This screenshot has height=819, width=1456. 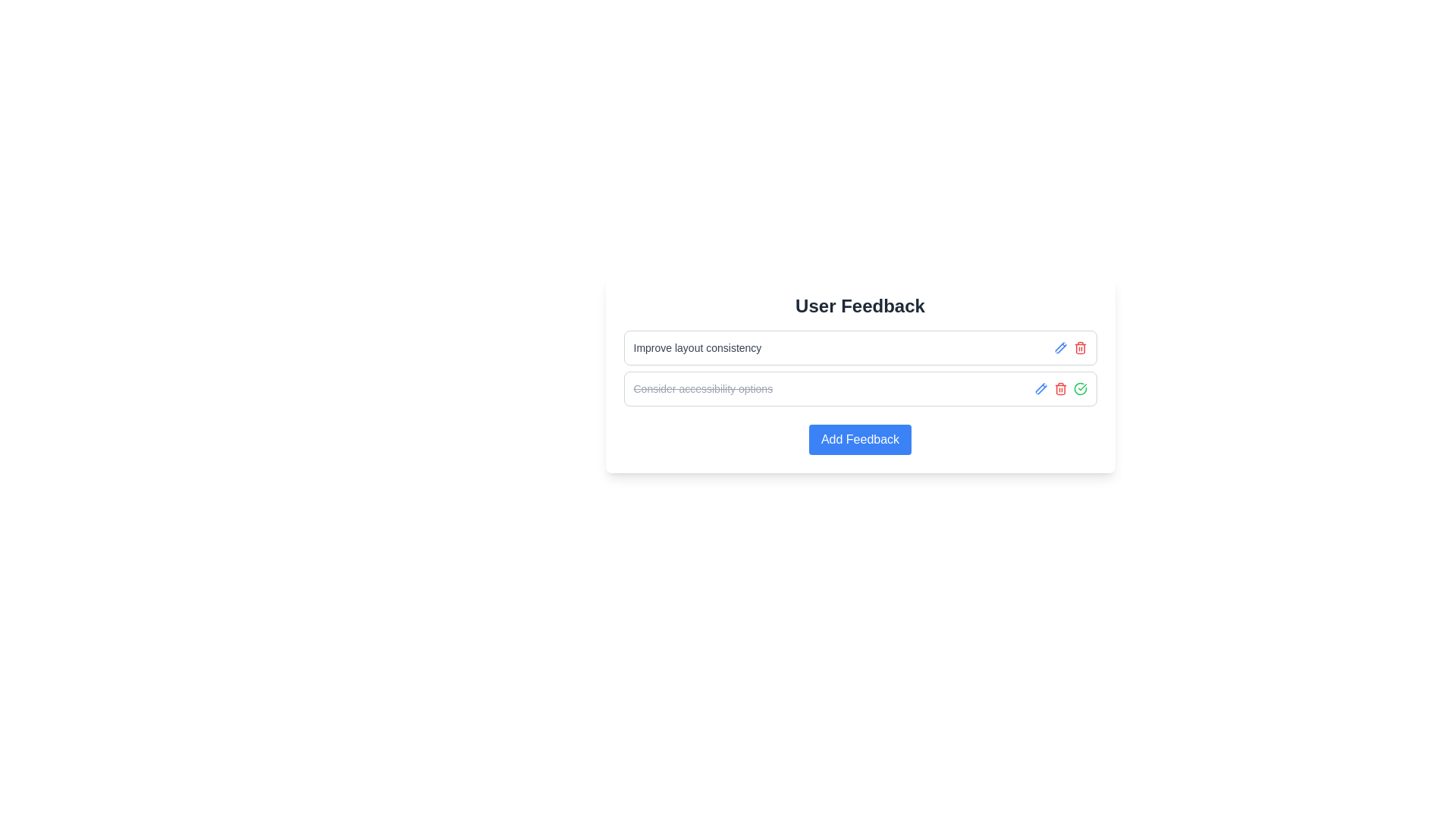 What do you see at coordinates (860, 439) in the screenshot?
I see `the submit button located at the bottom center of the 'User Feedback' modal` at bounding box center [860, 439].